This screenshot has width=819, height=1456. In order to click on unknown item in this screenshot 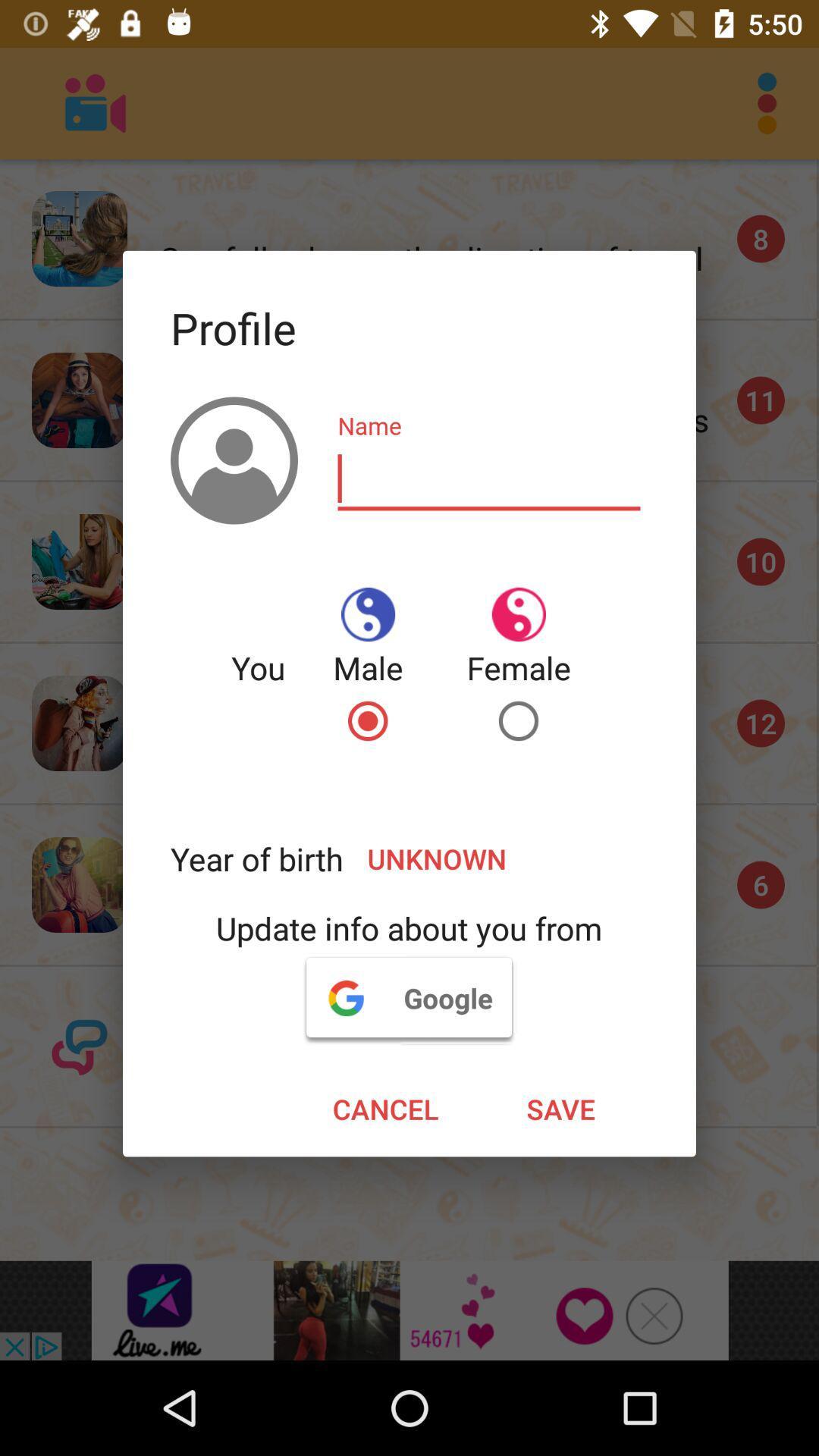, I will do `click(496, 858)`.